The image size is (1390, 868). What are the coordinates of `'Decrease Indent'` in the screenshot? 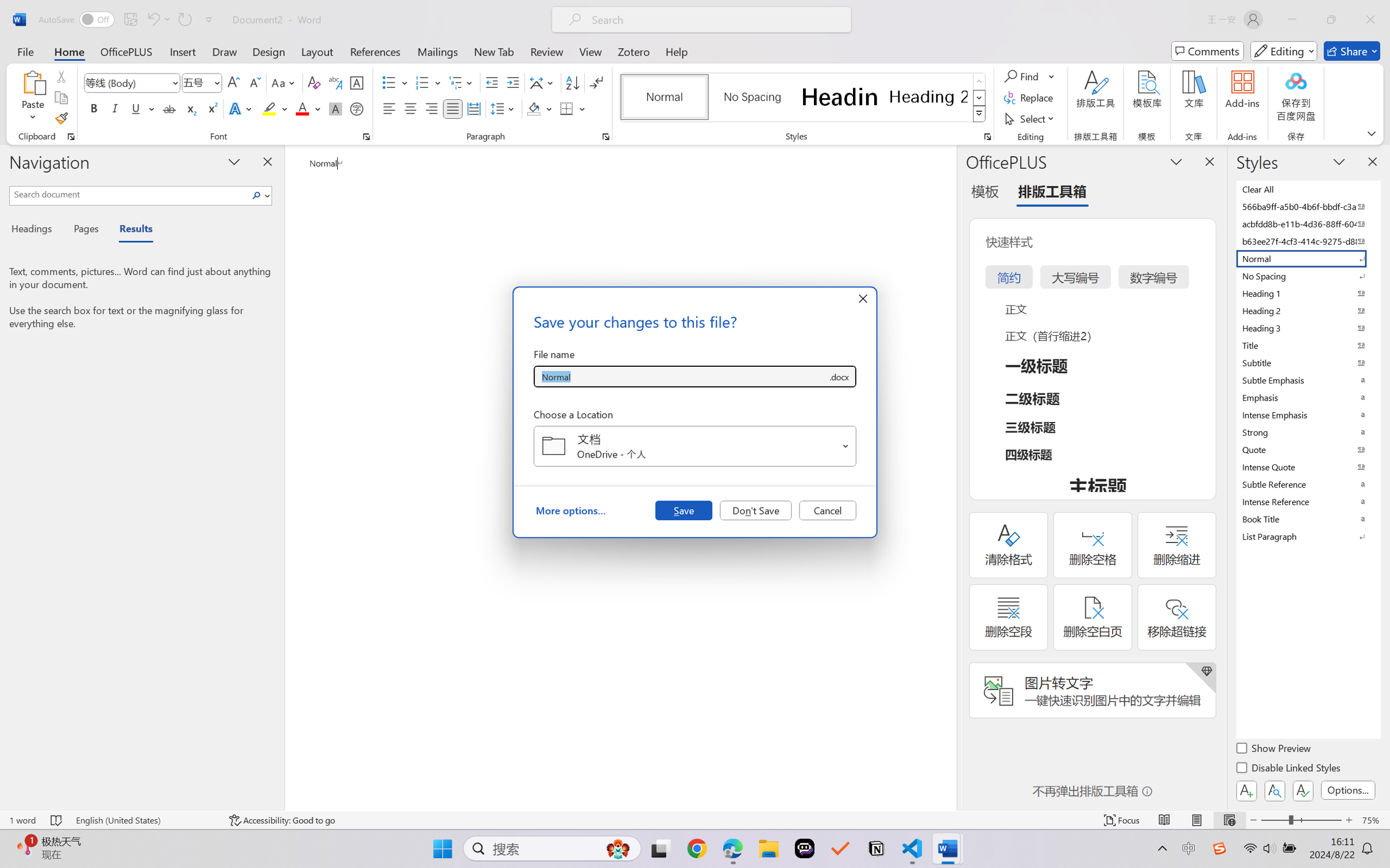 It's located at (492, 83).